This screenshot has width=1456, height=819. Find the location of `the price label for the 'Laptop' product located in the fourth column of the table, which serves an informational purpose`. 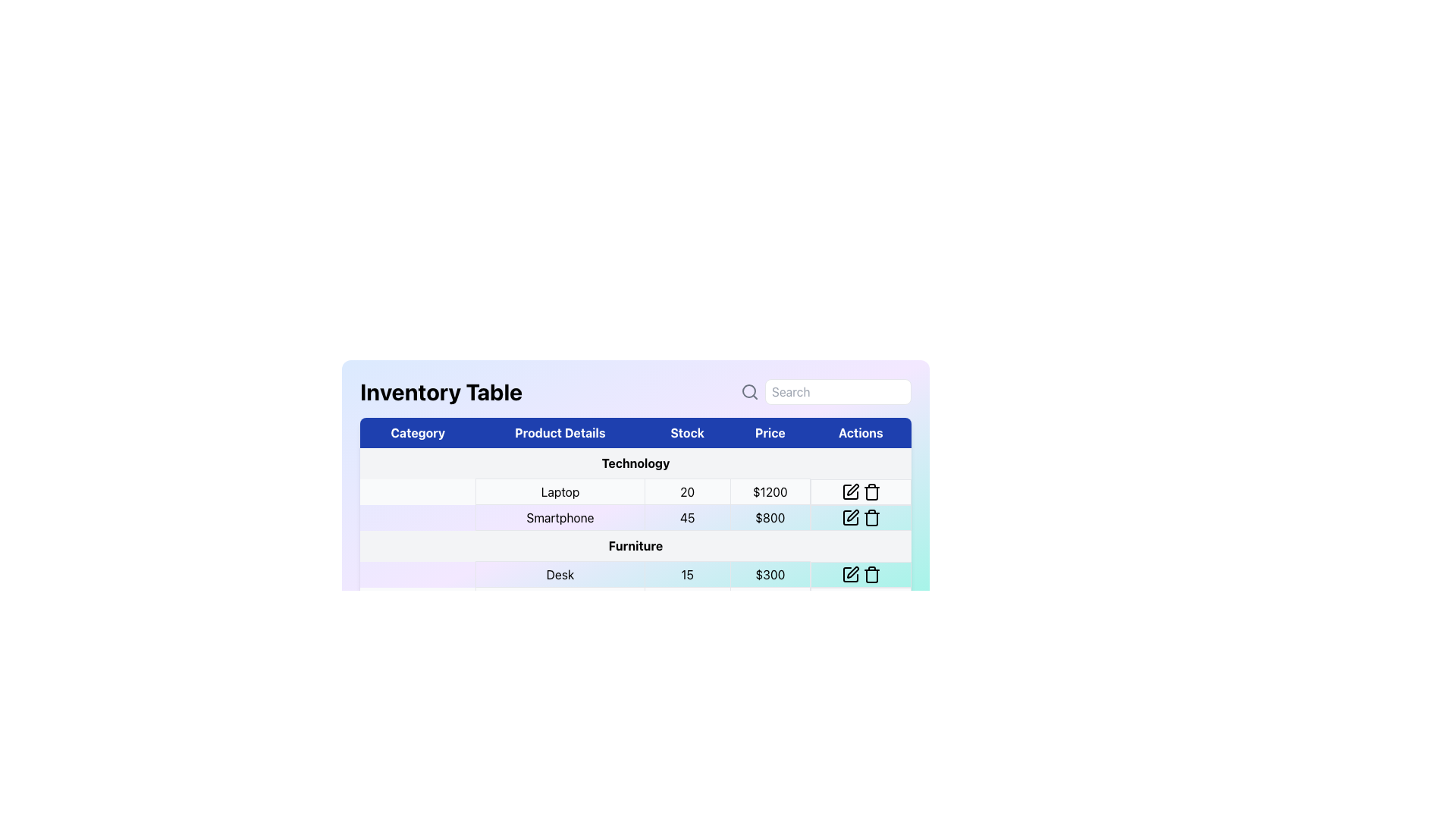

the price label for the 'Laptop' product located in the fourth column of the table, which serves an informational purpose is located at coordinates (770, 491).